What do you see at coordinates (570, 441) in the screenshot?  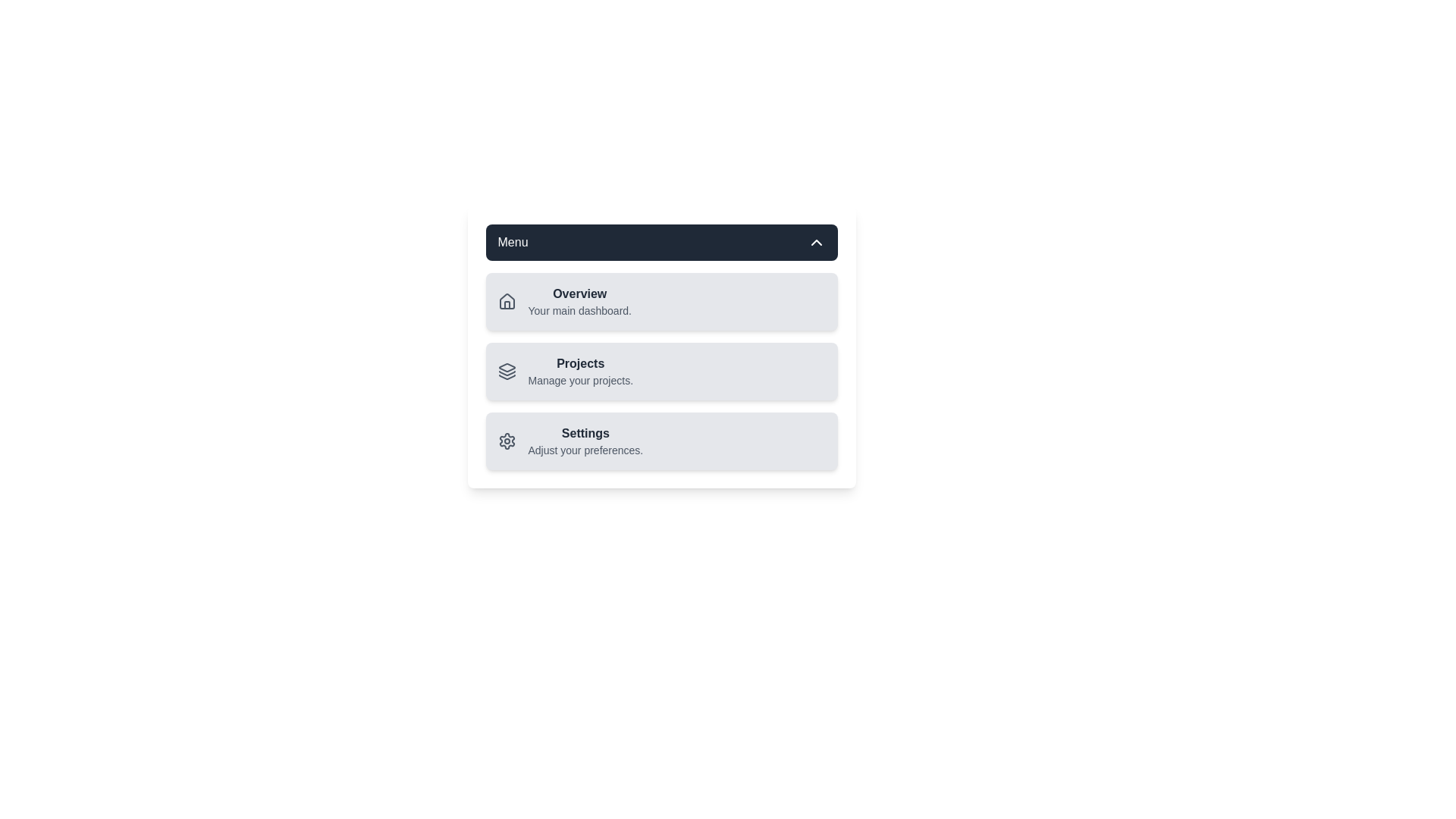 I see `the menu item Settings from the list` at bounding box center [570, 441].